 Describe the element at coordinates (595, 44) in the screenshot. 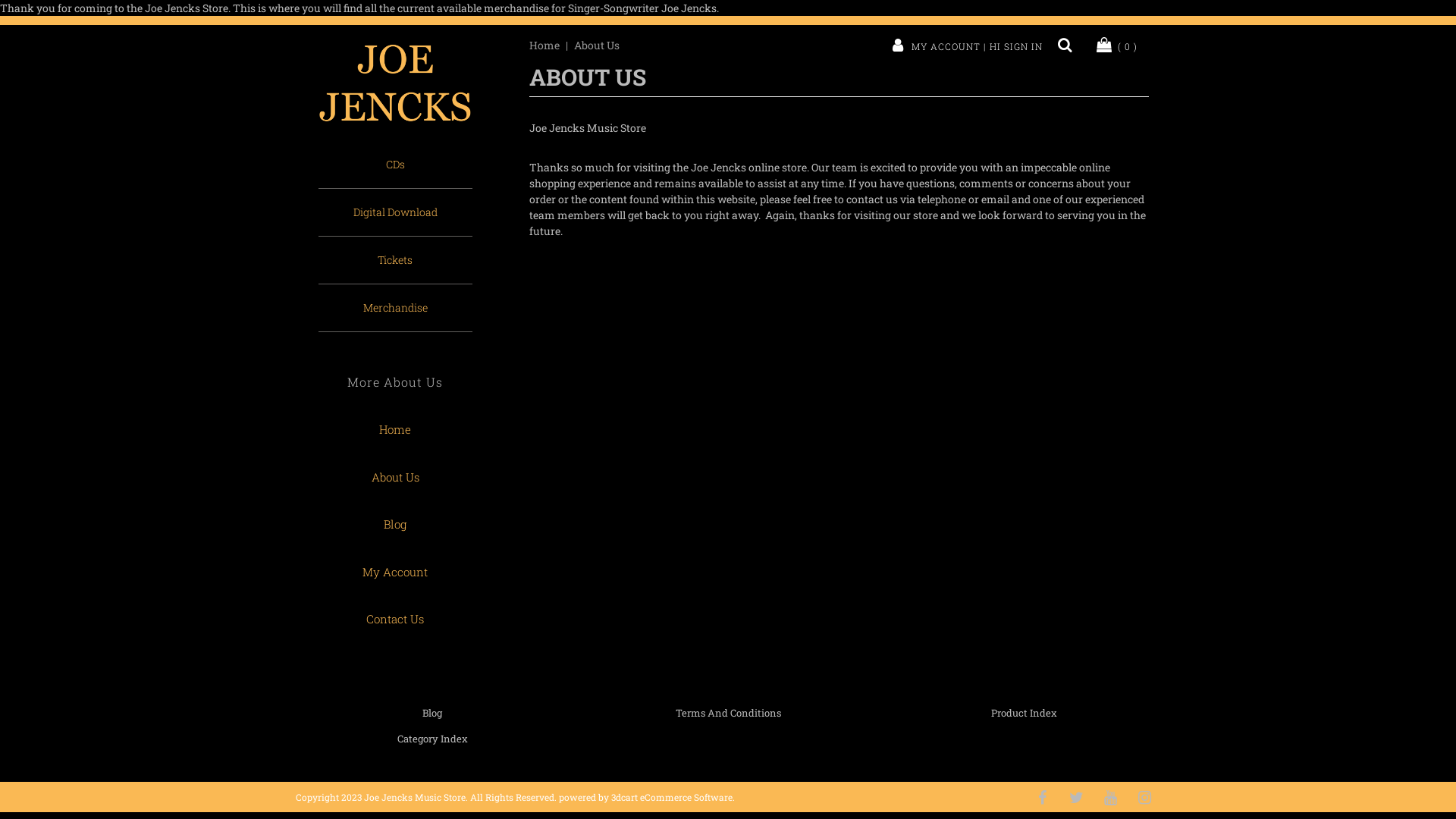

I see `'About Us'` at that location.